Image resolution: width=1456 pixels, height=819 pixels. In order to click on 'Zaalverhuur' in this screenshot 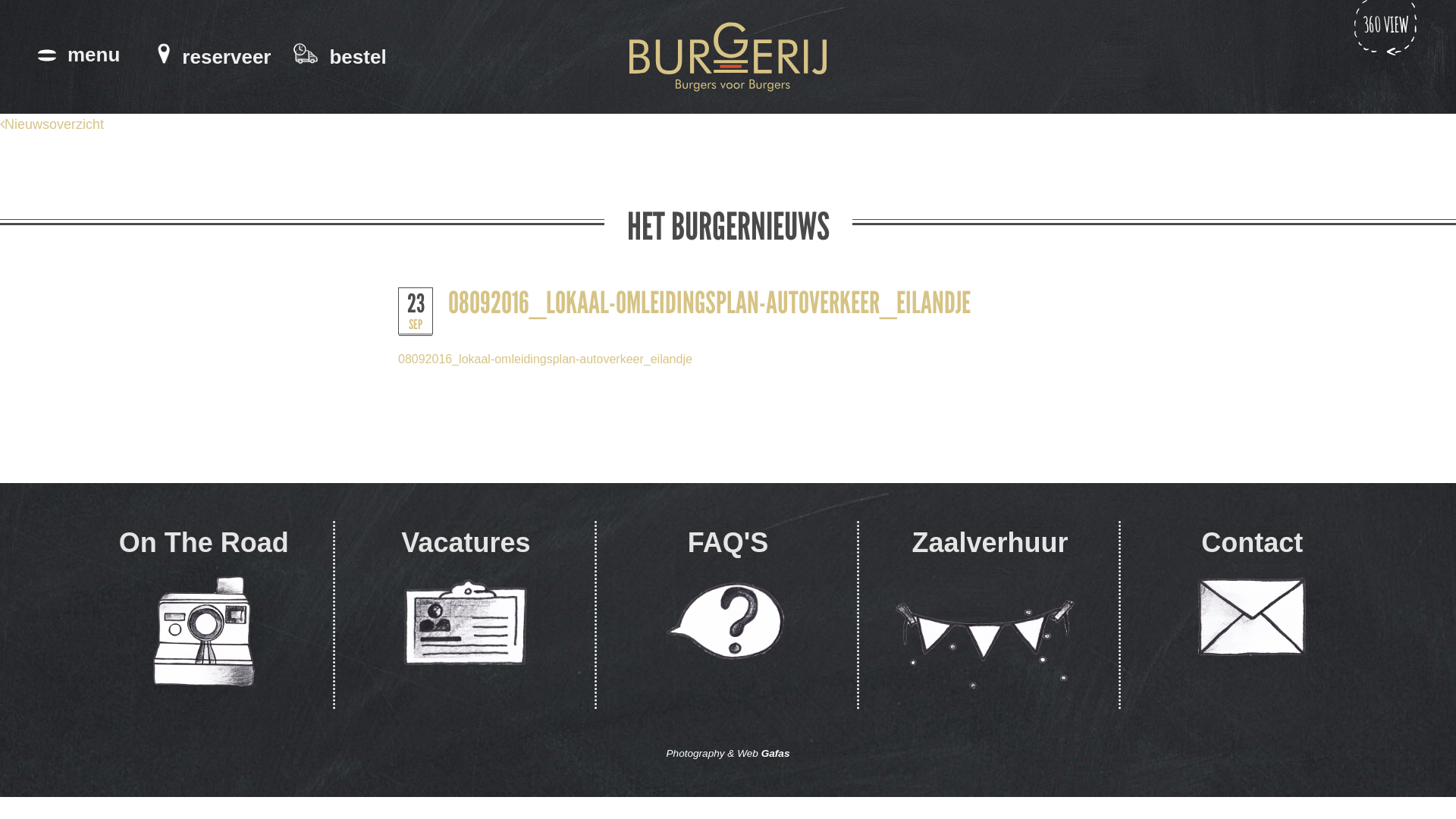, I will do `click(990, 616)`.